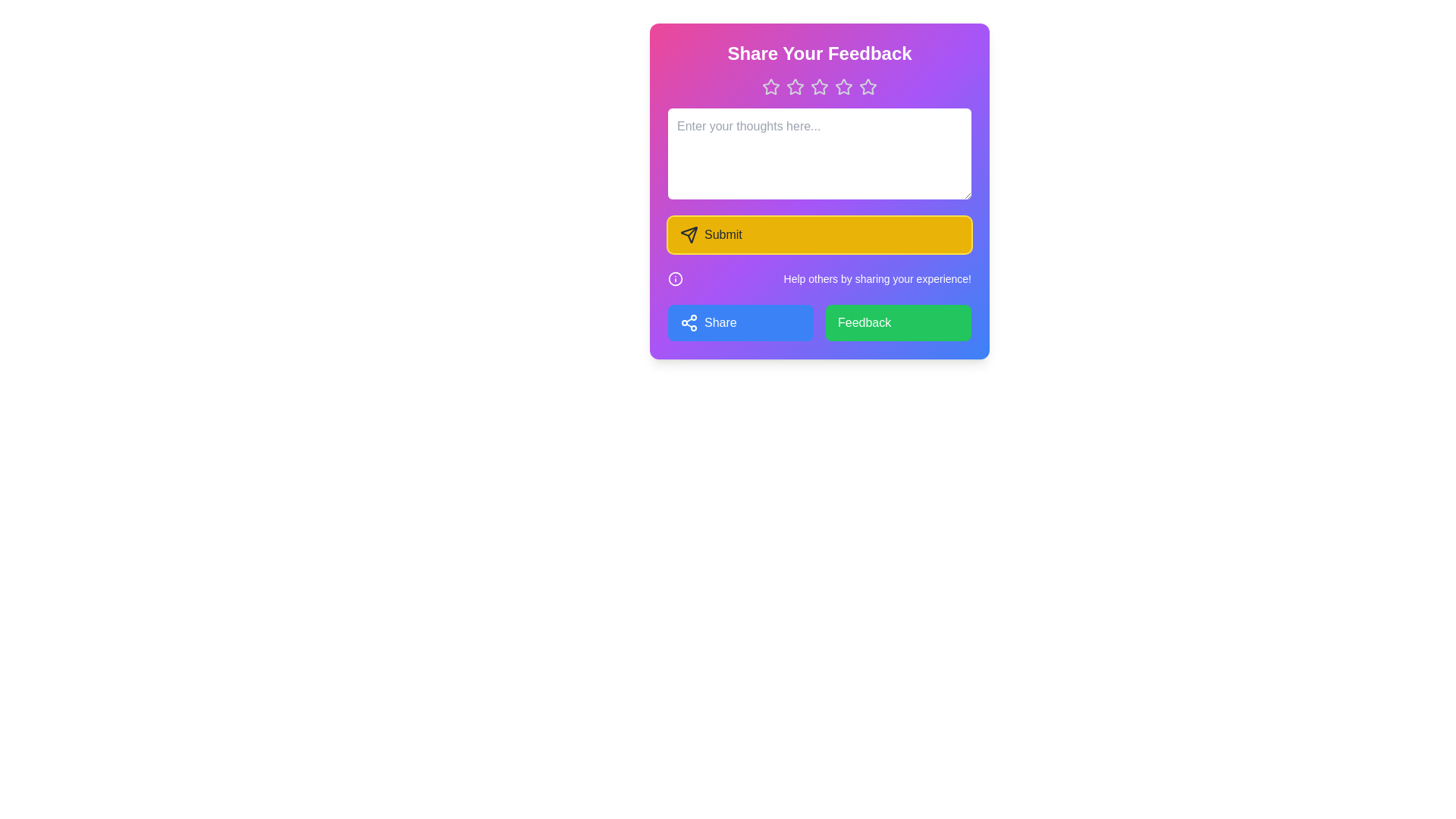  I want to click on the circular graphic element that is part of an icon located below the Submit button and above the Share and Feedback buttons, so click(675, 278).